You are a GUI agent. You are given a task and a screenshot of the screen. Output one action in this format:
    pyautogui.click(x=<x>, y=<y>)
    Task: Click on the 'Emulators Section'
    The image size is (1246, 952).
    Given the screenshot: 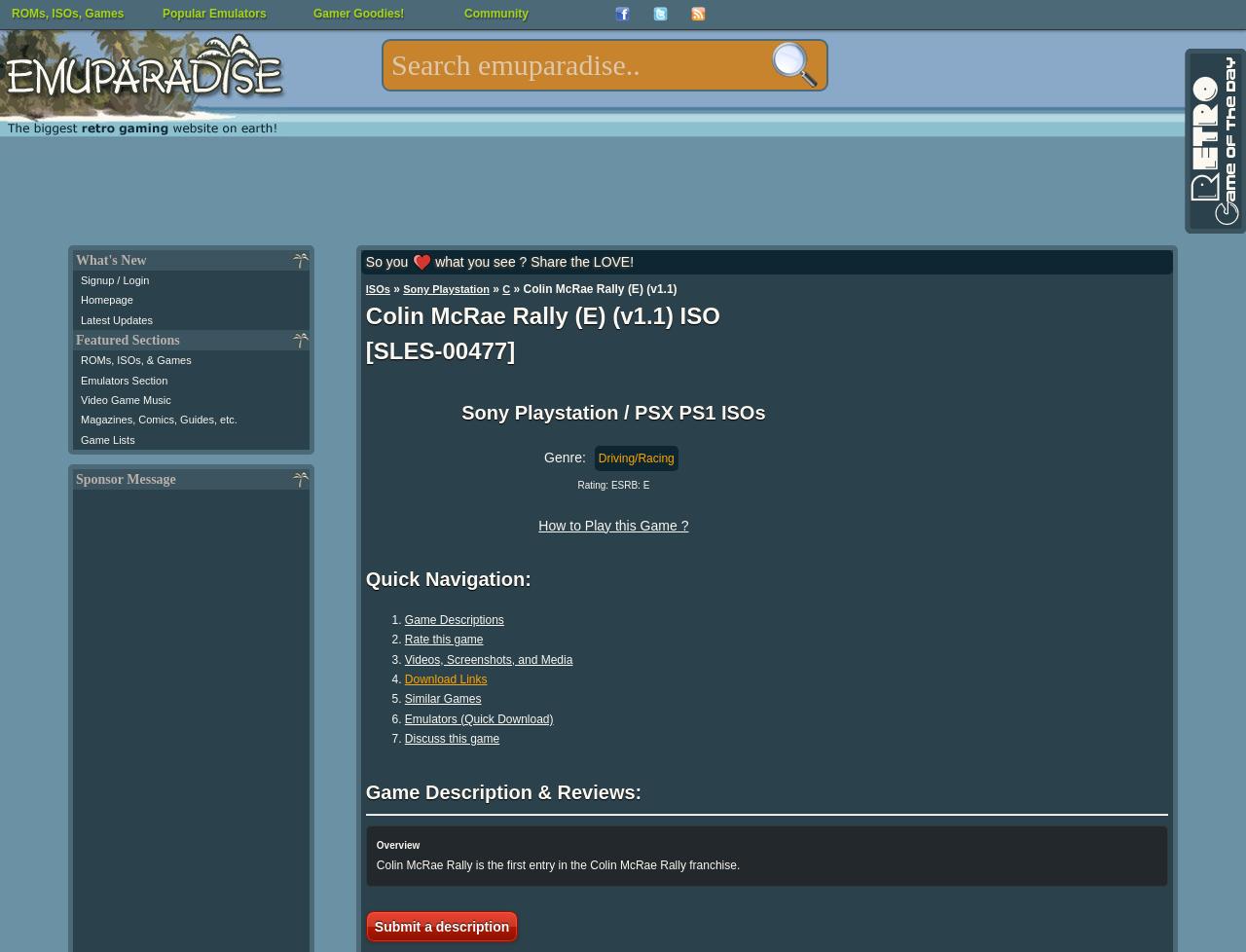 What is the action you would take?
    pyautogui.click(x=123, y=379)
    